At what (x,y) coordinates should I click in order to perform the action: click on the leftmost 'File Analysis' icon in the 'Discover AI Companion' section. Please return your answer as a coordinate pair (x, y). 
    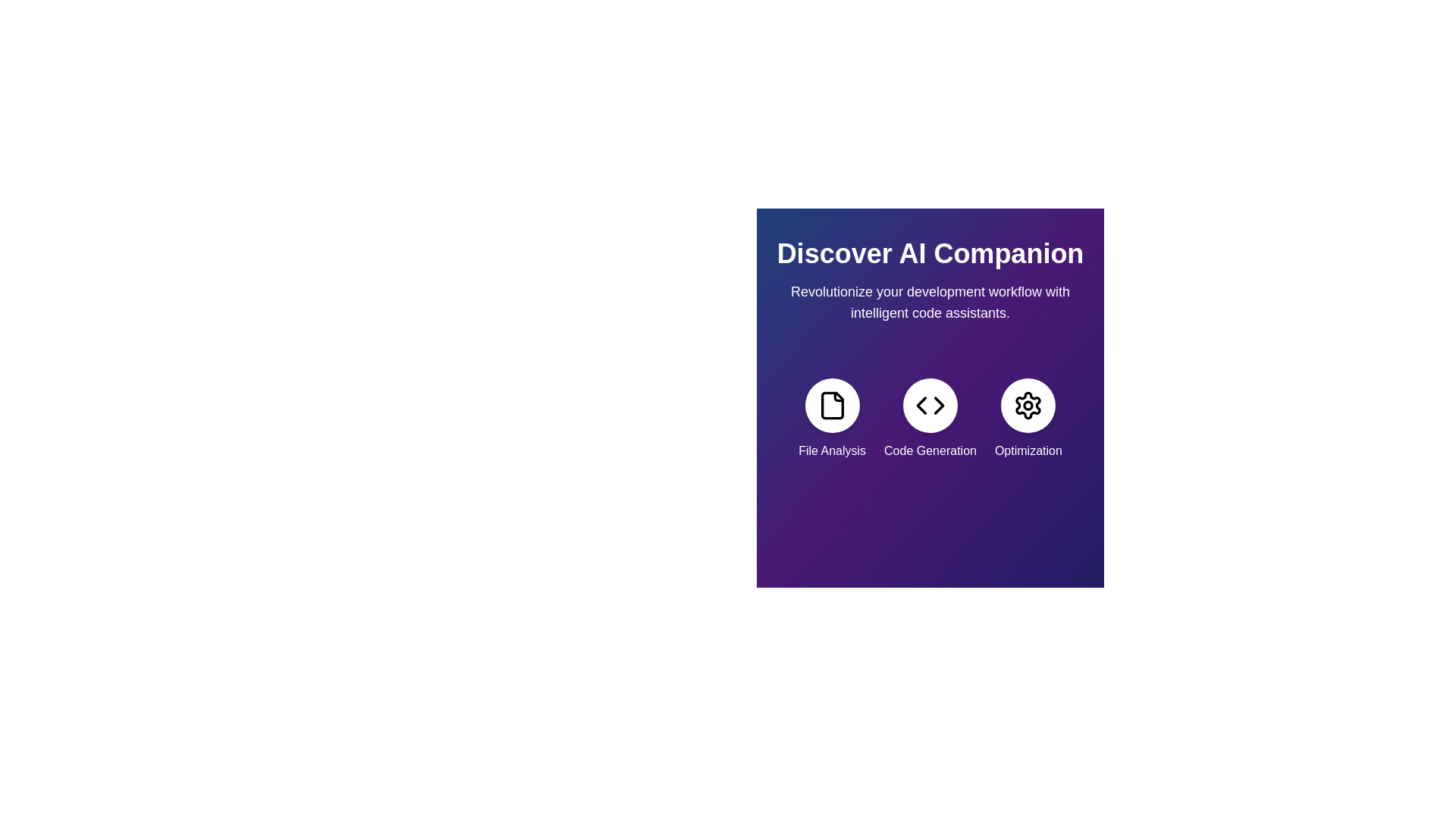
    Looking at the image, I should click on (831, 405).